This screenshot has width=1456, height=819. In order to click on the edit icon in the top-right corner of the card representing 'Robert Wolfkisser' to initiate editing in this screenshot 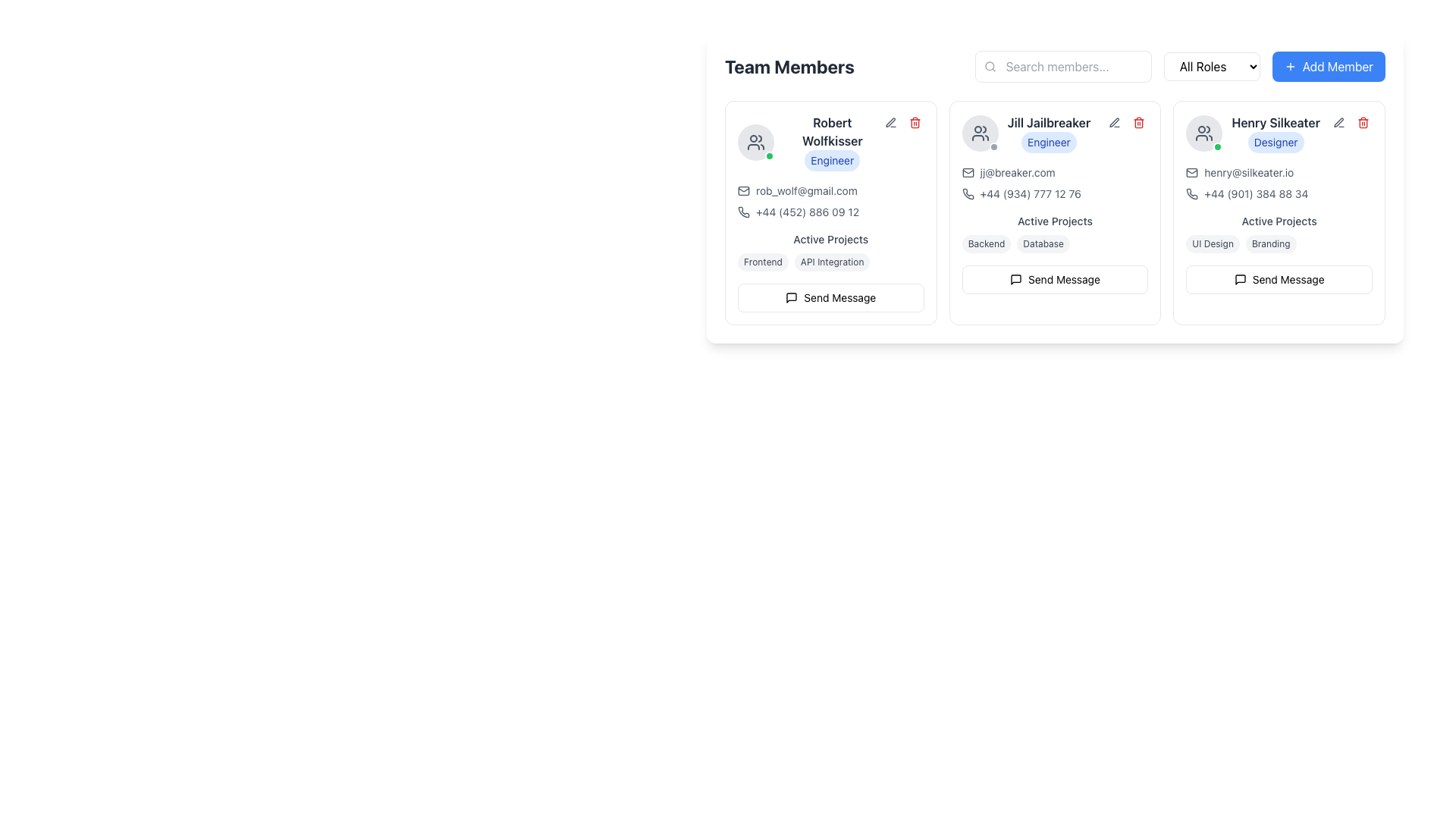, I will do `click(890, 122)`.